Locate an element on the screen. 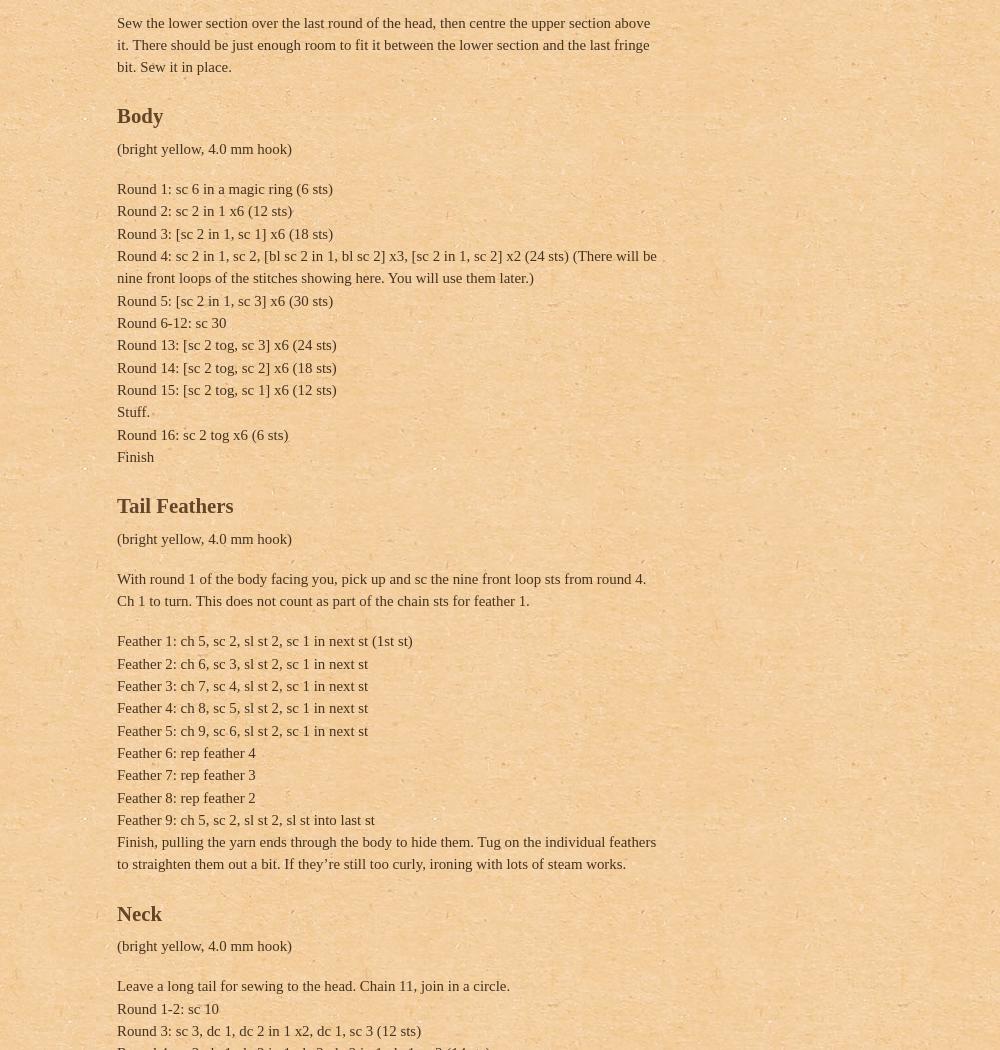 Image resolution: width=1000 pixels, height=1050 pixels. 'Feather 1: ch 5, sc 2, sl st 2, sc 1 in next st (1st st)' is located at coordinates (264, 640).